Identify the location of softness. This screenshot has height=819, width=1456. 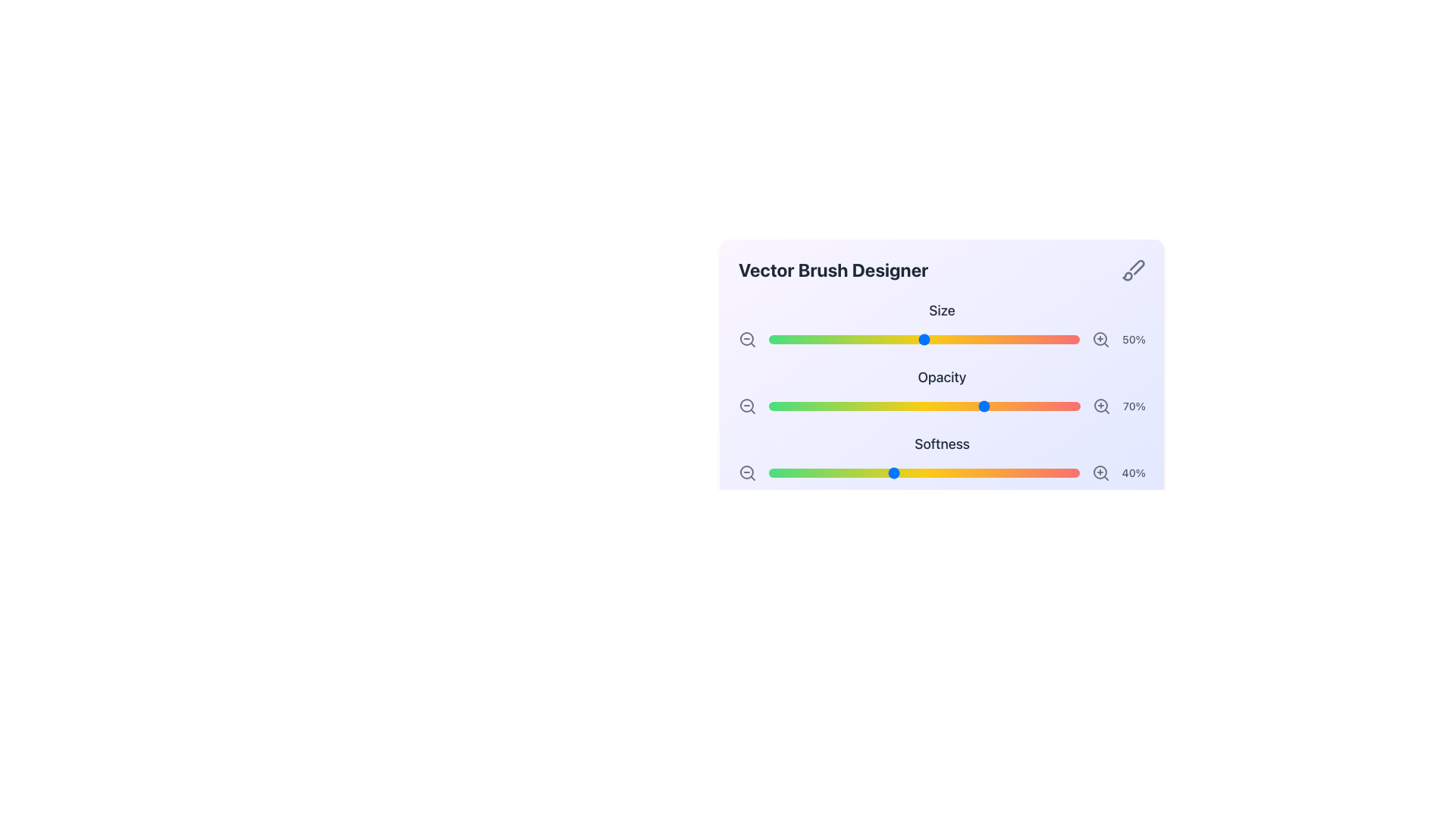
(805, 472).